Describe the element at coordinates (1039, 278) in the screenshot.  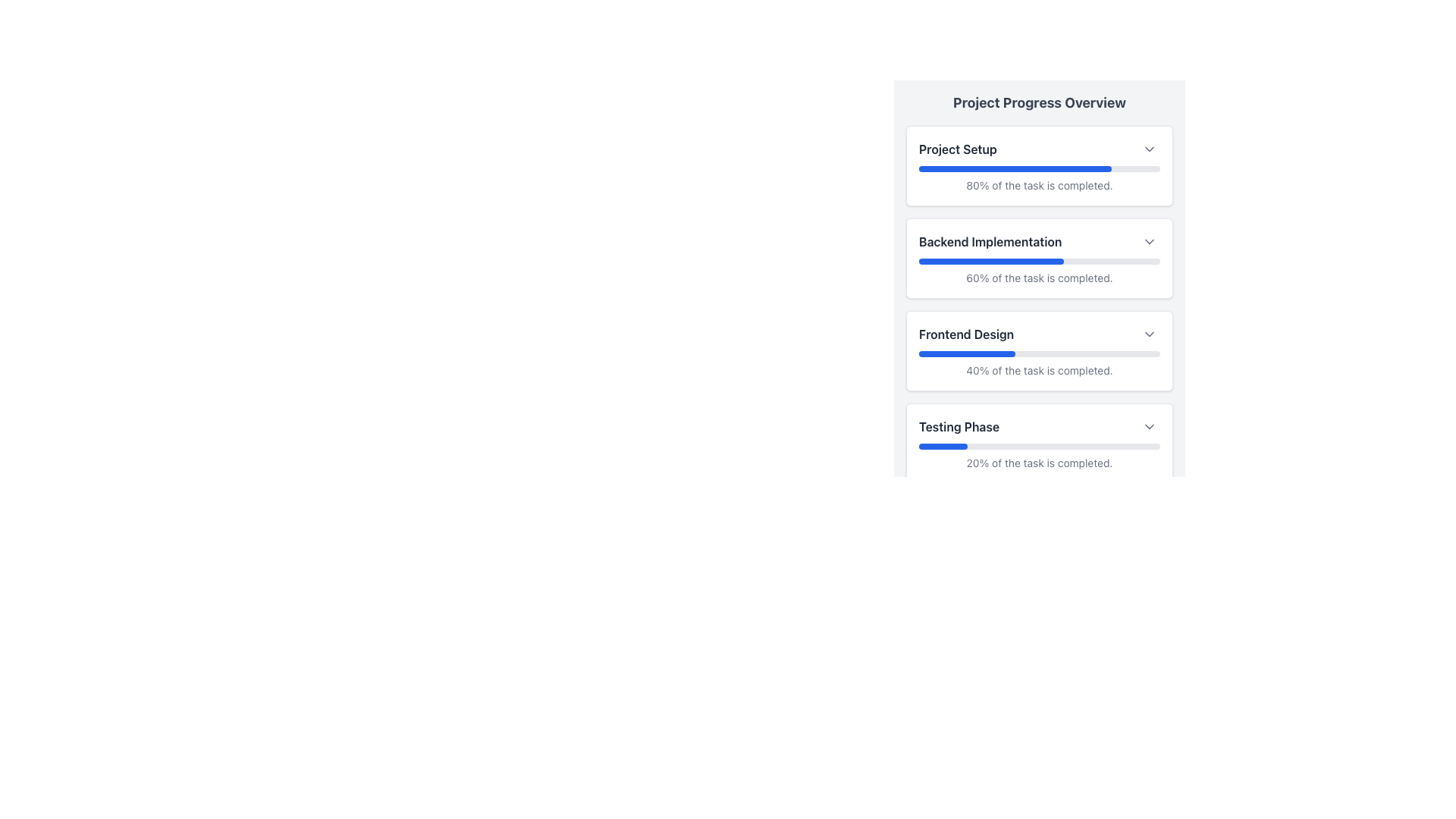
I see `the Text Label displaying '60% of the task is completed.' located underneath the blue progress bar in the 'Backend Implementation' section` at that location.